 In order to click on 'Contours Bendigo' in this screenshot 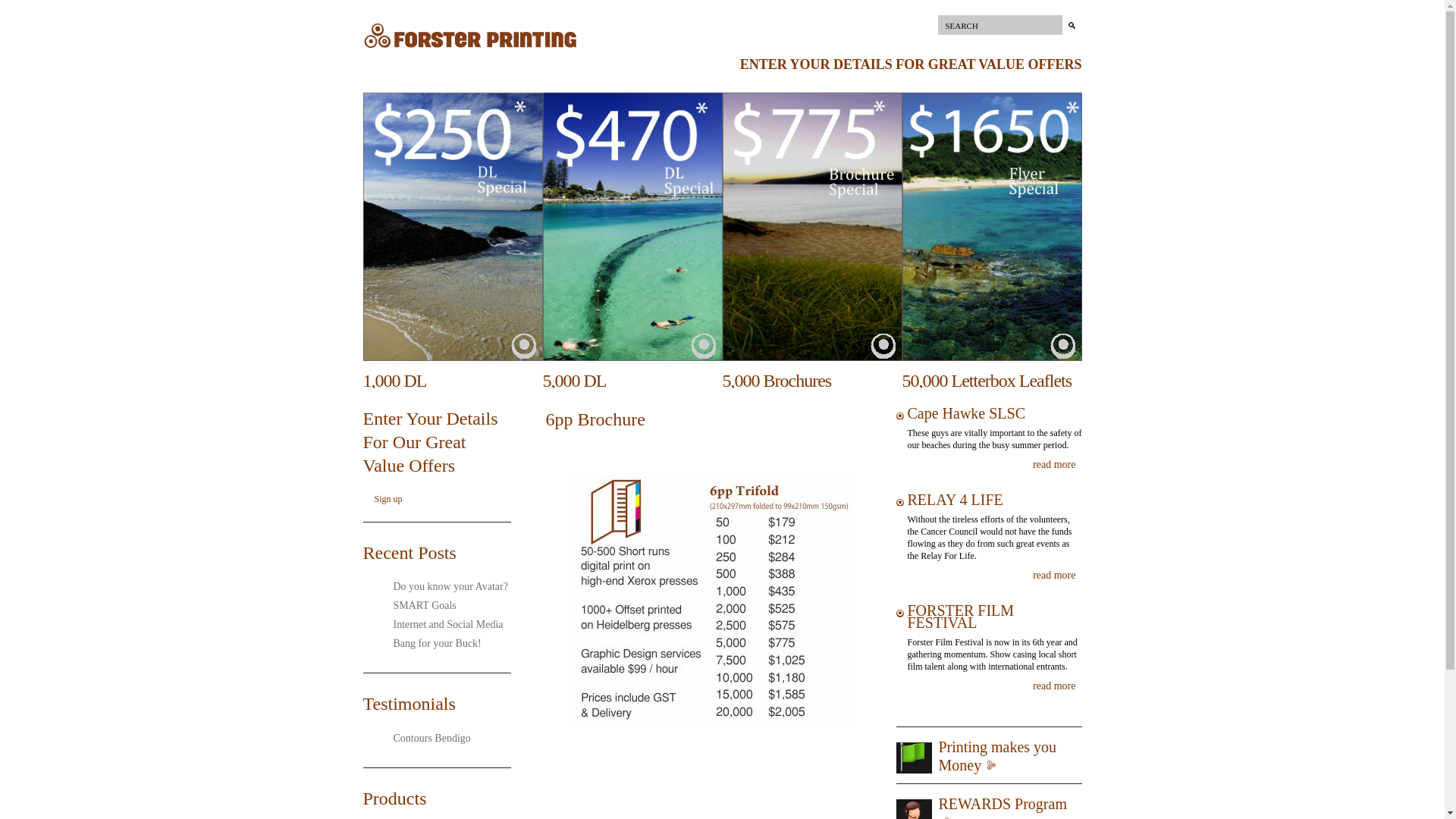, I will do `click(425, 737)`.